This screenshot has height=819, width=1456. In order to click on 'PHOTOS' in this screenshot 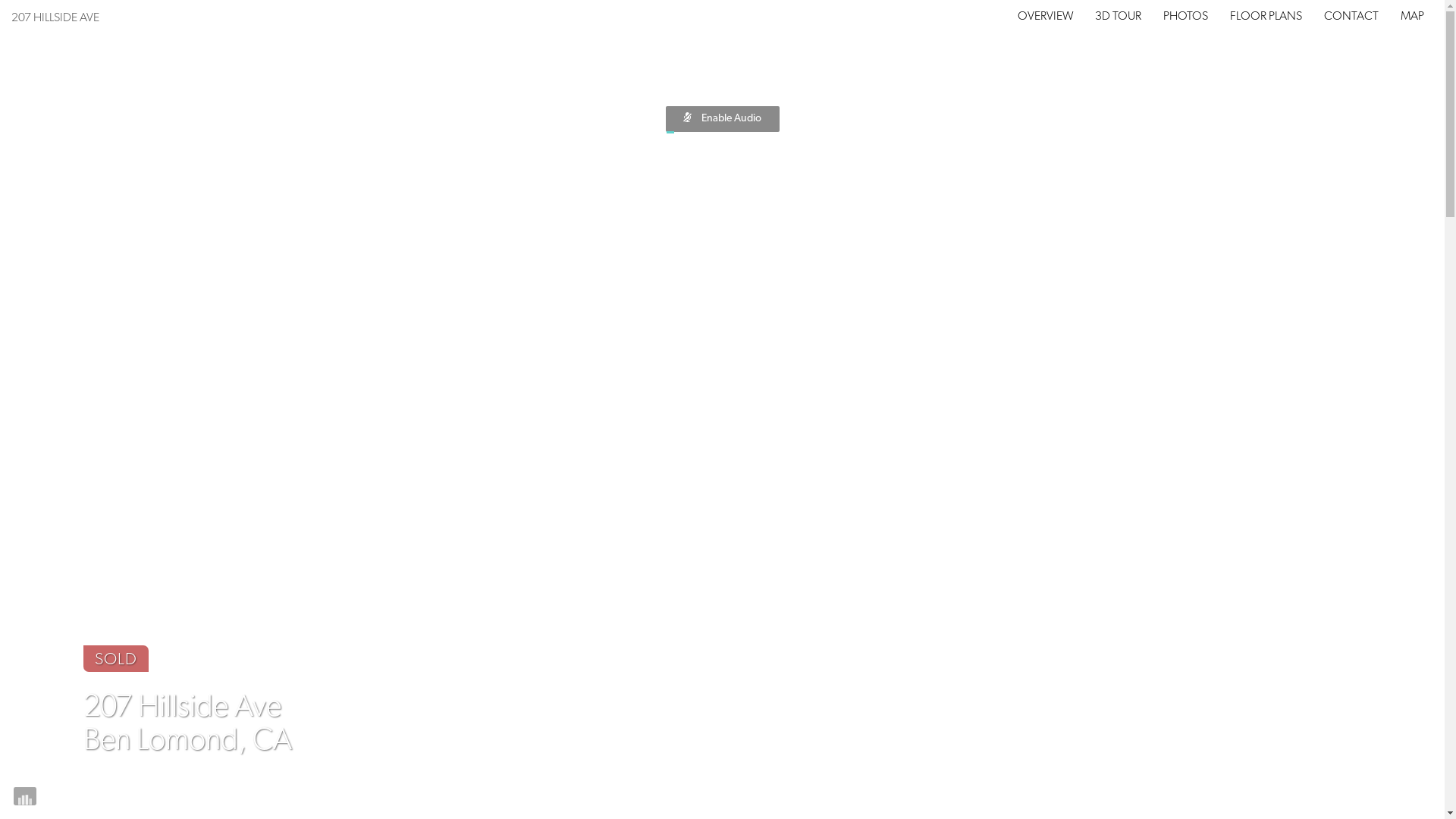, I will do `click(1185, 17)`.